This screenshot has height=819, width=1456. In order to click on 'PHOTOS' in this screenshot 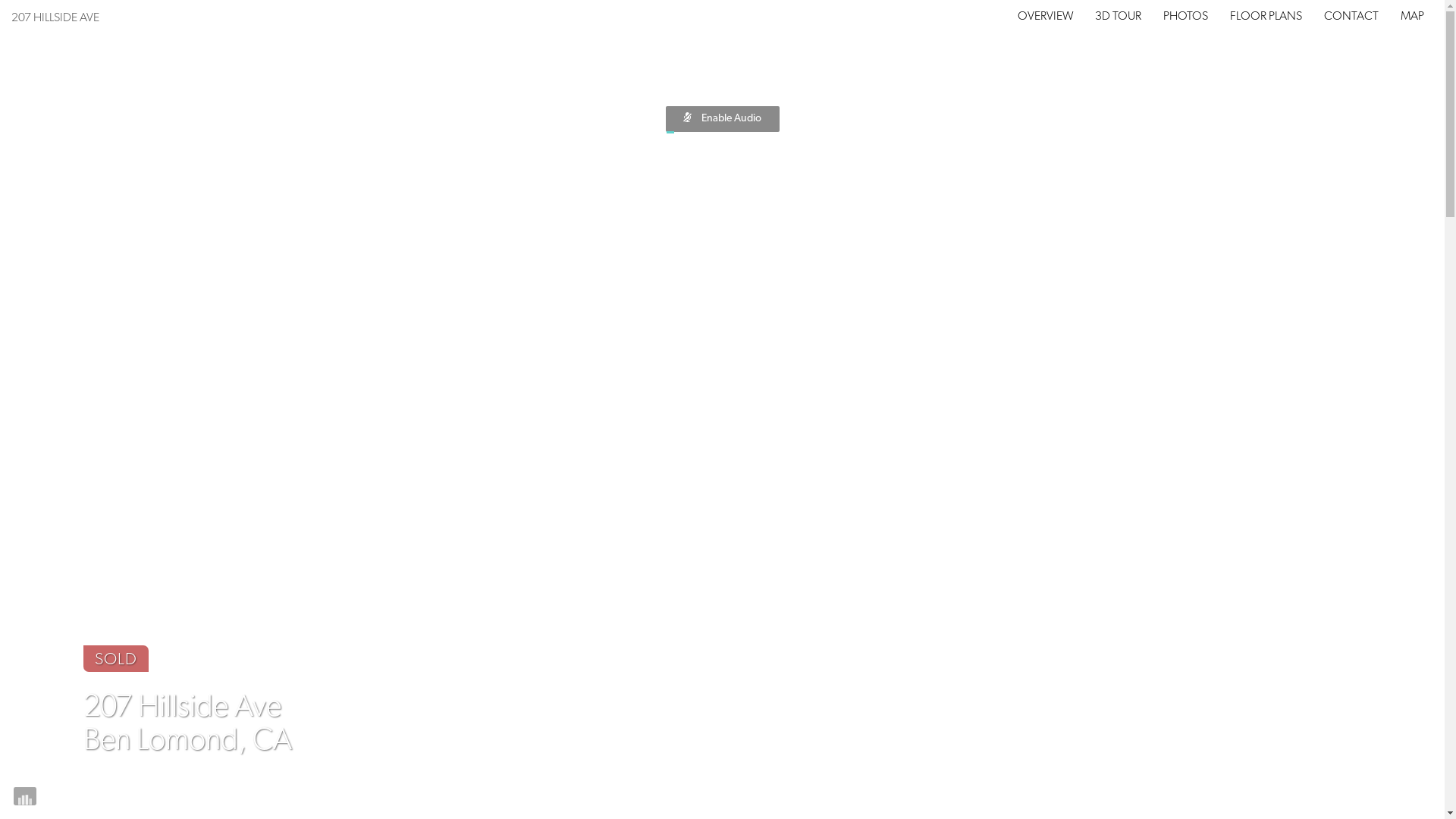, I will do `click(1185, 17)`.